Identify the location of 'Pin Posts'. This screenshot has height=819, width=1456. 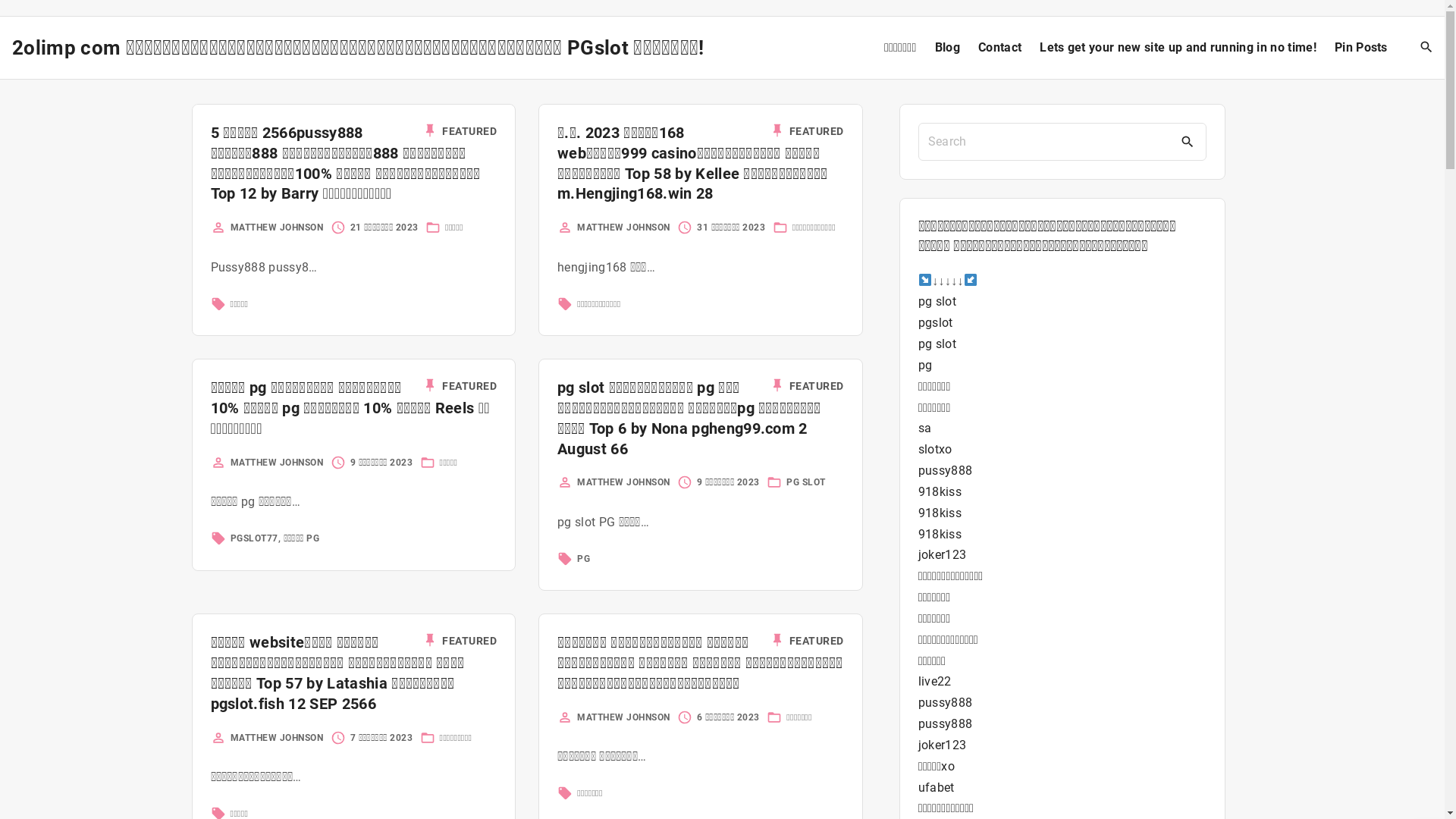
(1361, 46).